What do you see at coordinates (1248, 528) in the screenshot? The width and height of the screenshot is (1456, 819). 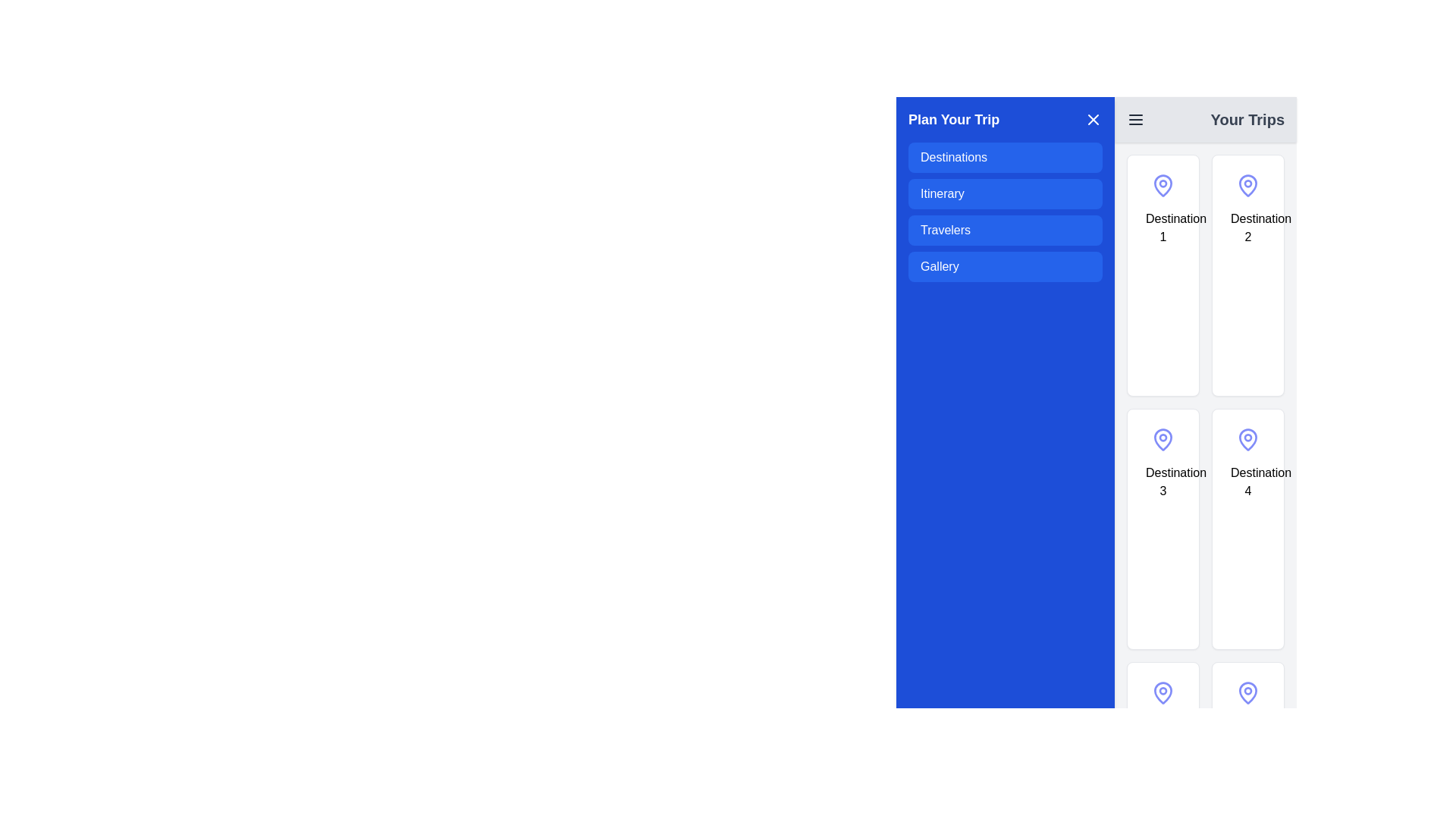 I see `the fourth destination card in the grid layout, positioned in the right column of the second row, to interact with it` at bounding box center [1248, 528].